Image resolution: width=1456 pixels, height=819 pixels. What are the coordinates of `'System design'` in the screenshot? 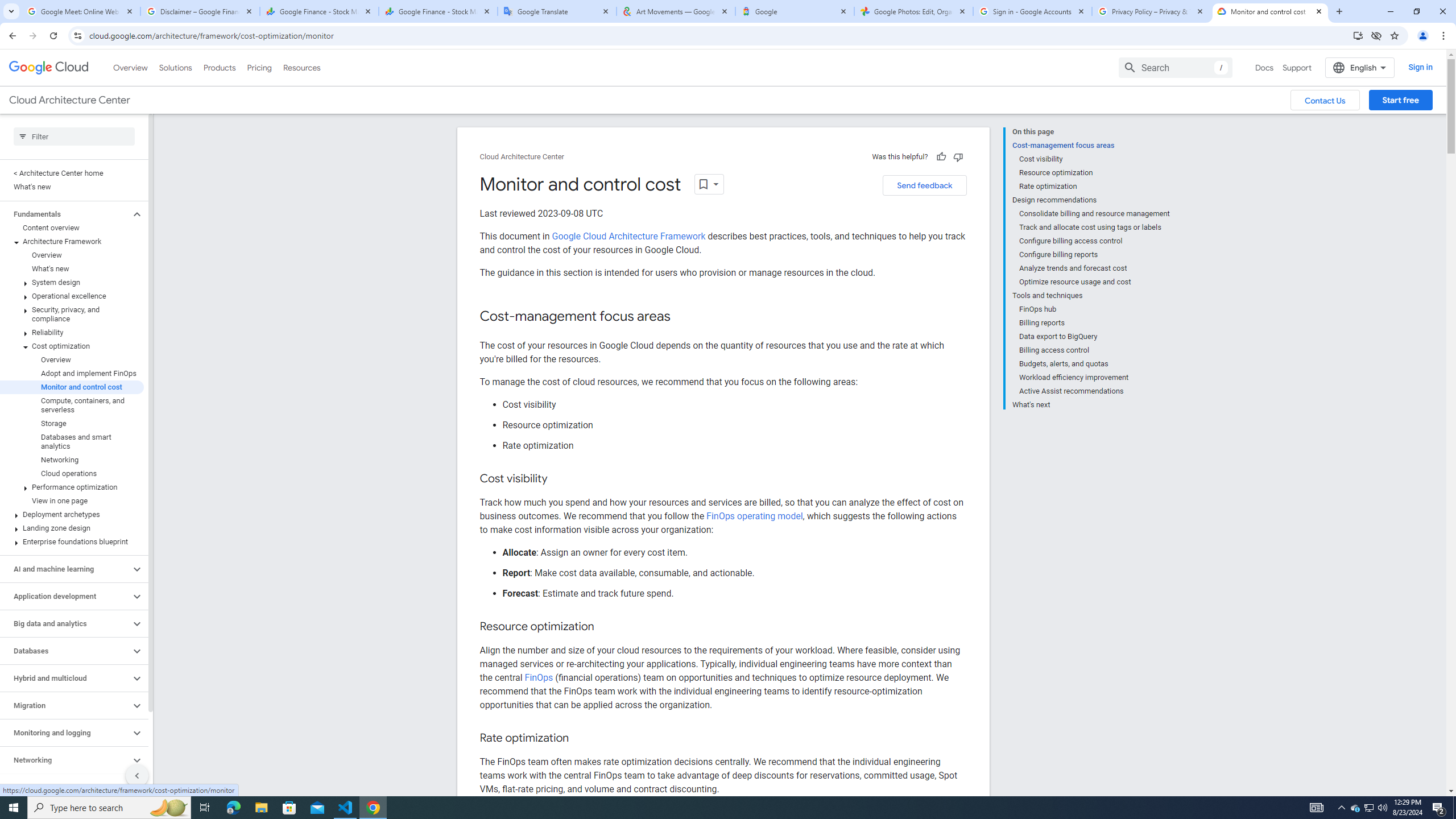 It's located at (72, 282).